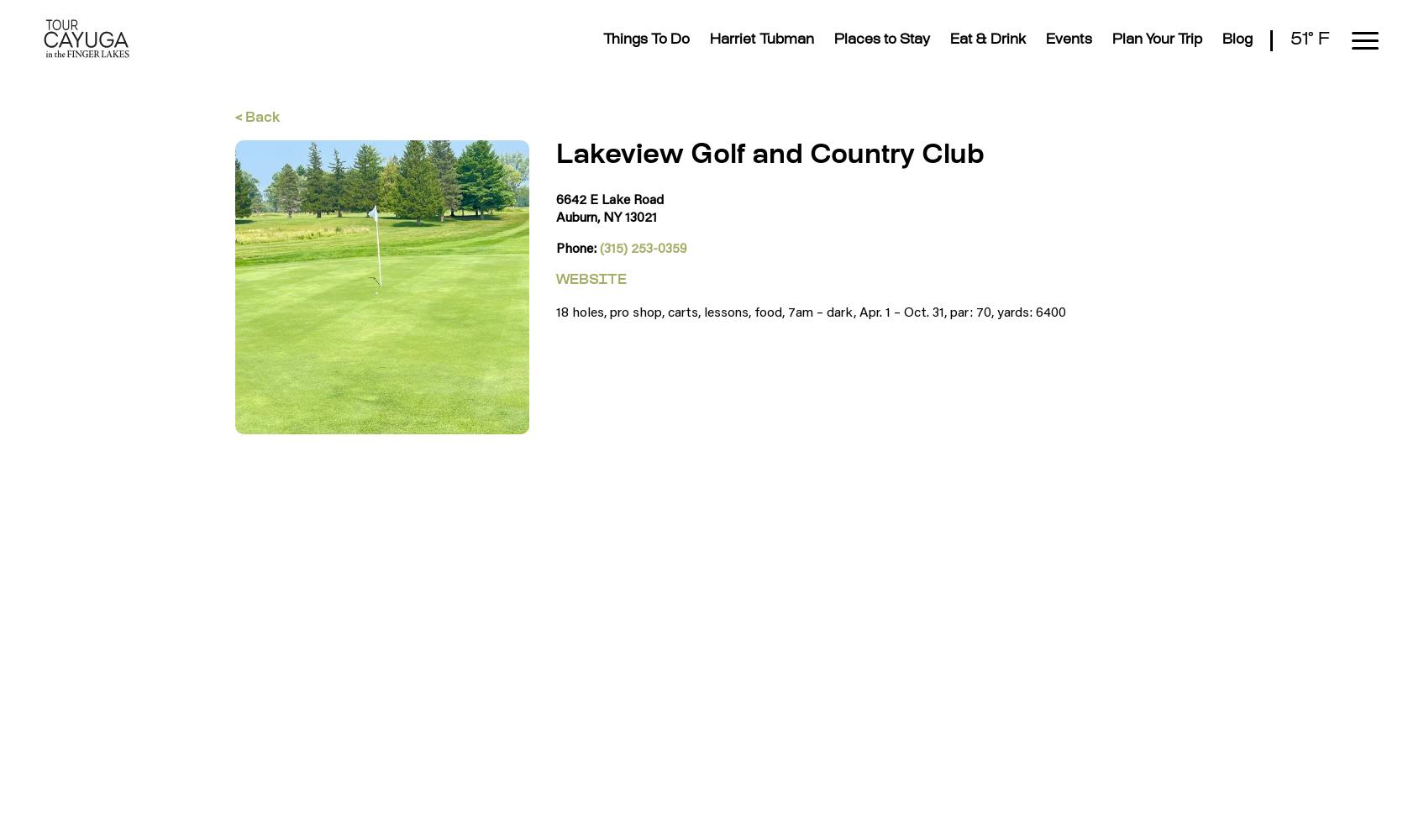 The height and width of the screenshot is (840, 1424). Describe the element at coordinates (605, 216) in the screenshot. I see `'Auburn, NY 13021'` at that location.